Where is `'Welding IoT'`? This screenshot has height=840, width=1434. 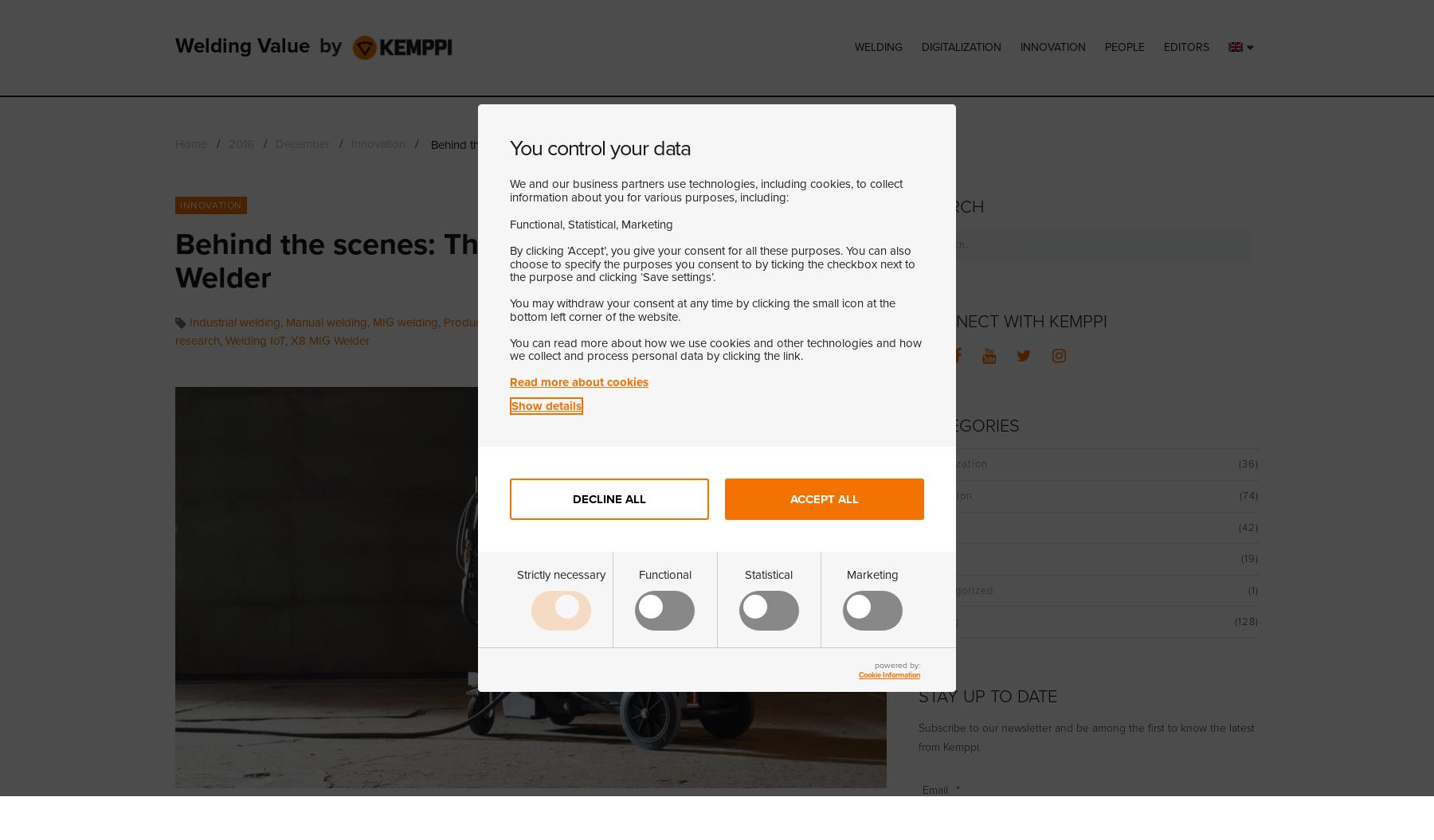 'Welding IoT' is located at coordinates (254, 340).